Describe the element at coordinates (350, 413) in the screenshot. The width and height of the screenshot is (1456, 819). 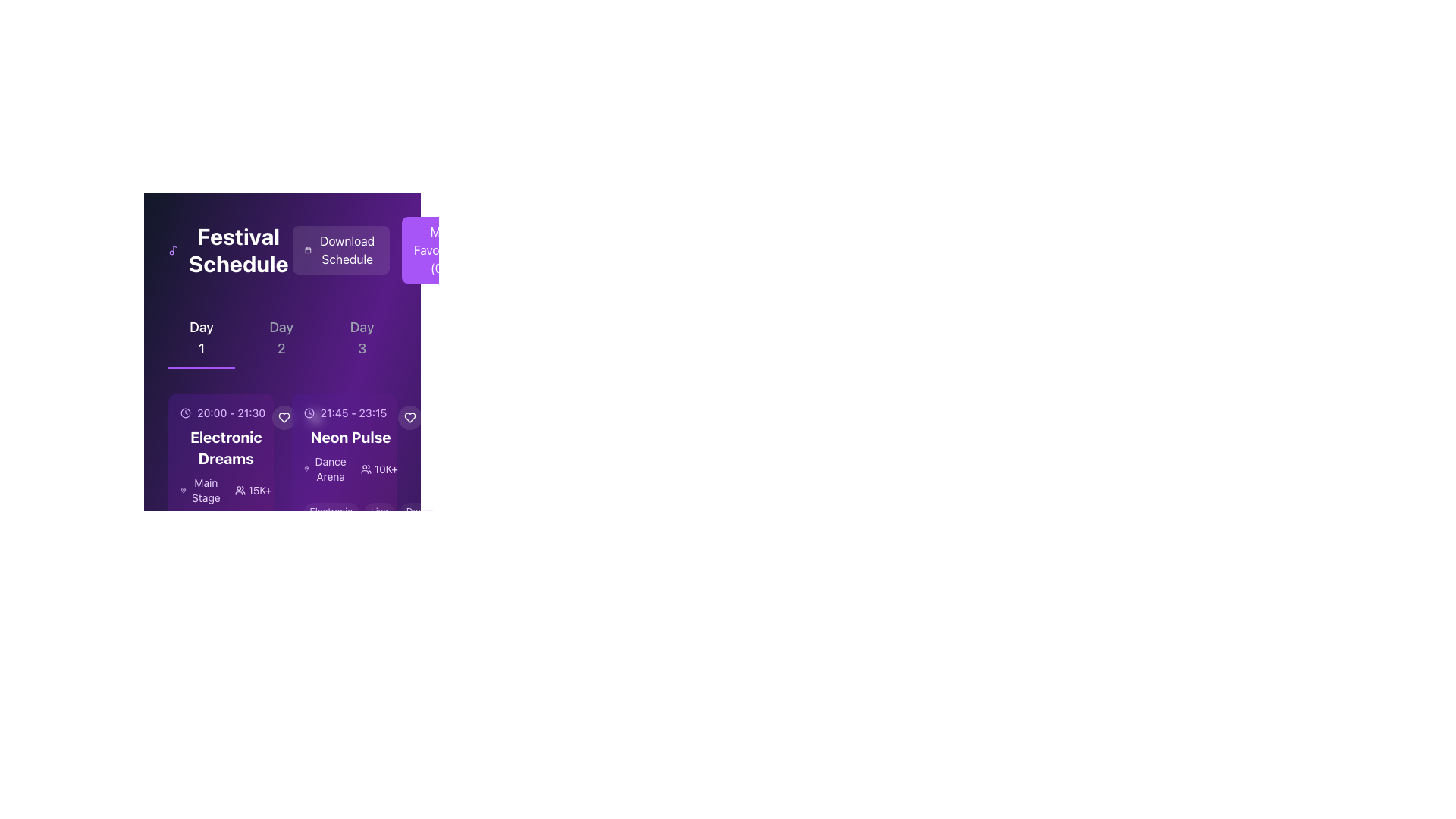
I see `the Text block that informs users about the scheduled time for an event, which is located above the text 'Neon Pulse.'` at that location.